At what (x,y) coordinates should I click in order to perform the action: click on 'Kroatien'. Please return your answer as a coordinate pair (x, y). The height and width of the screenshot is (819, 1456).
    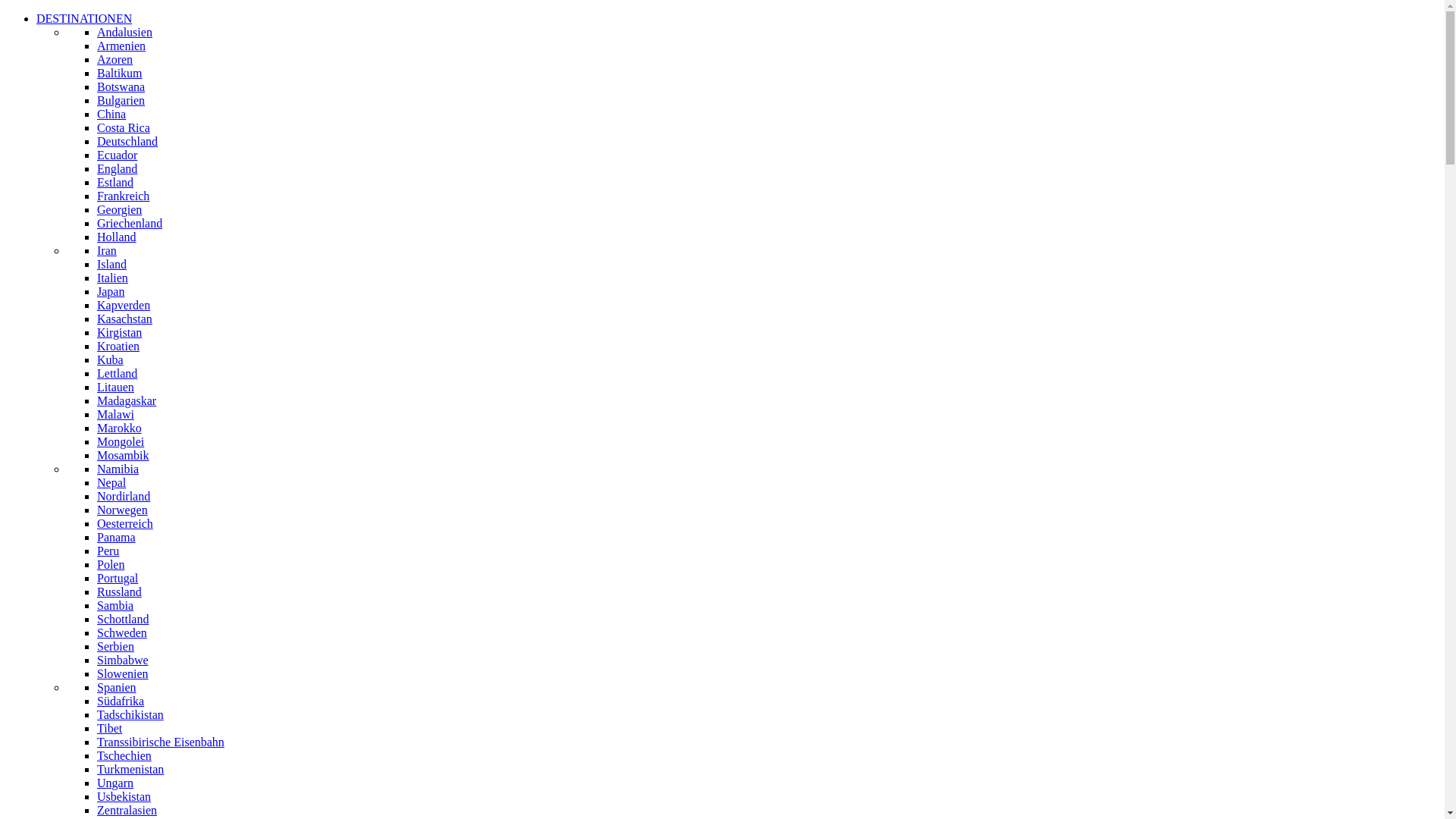
    Looking at the image, I should click on (118, 346).